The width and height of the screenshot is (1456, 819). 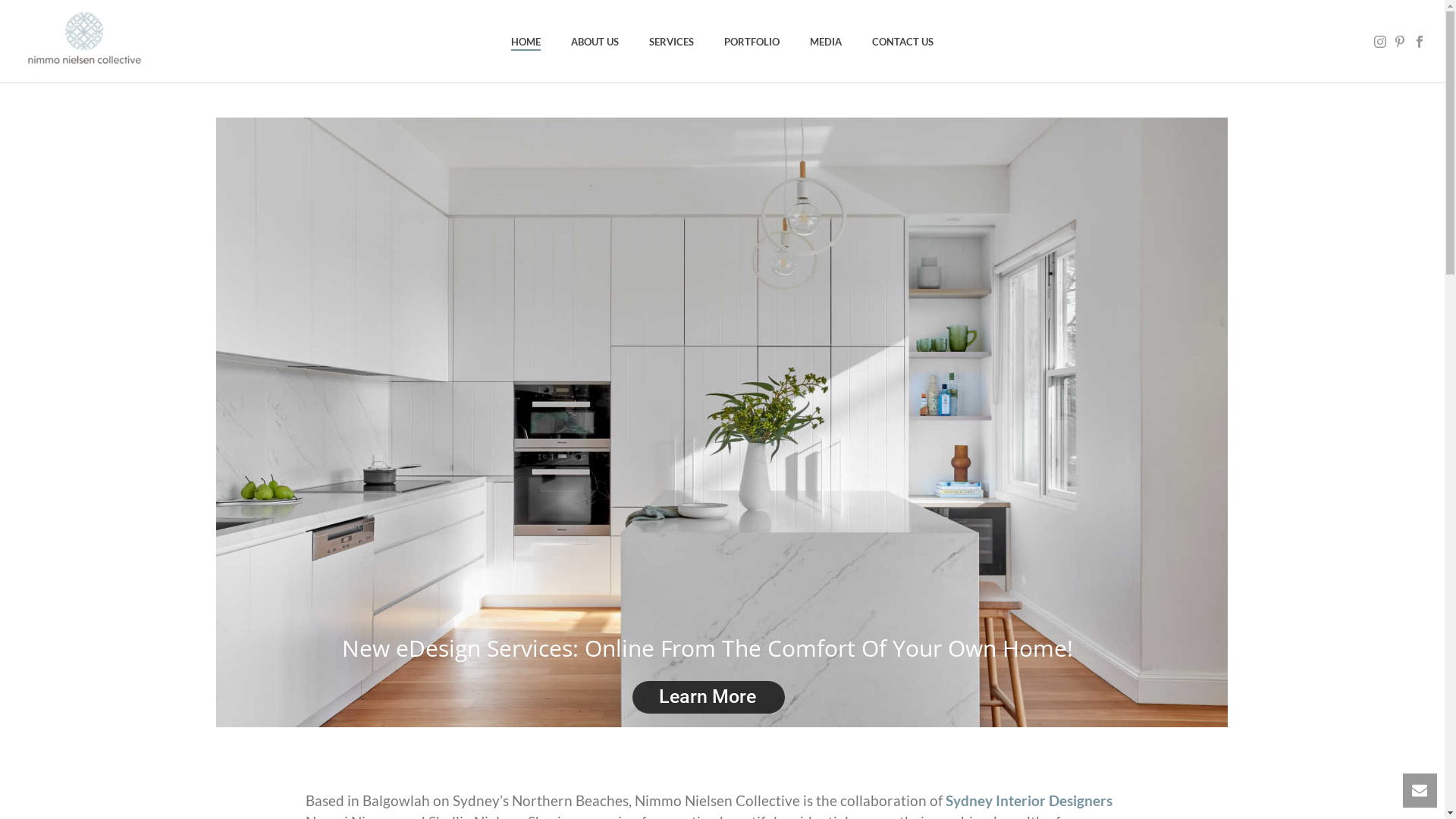 What do you see at coordinates (825, 40) in the screenshot?
I see `'MEDIA'` at bounding box center [825, 40].